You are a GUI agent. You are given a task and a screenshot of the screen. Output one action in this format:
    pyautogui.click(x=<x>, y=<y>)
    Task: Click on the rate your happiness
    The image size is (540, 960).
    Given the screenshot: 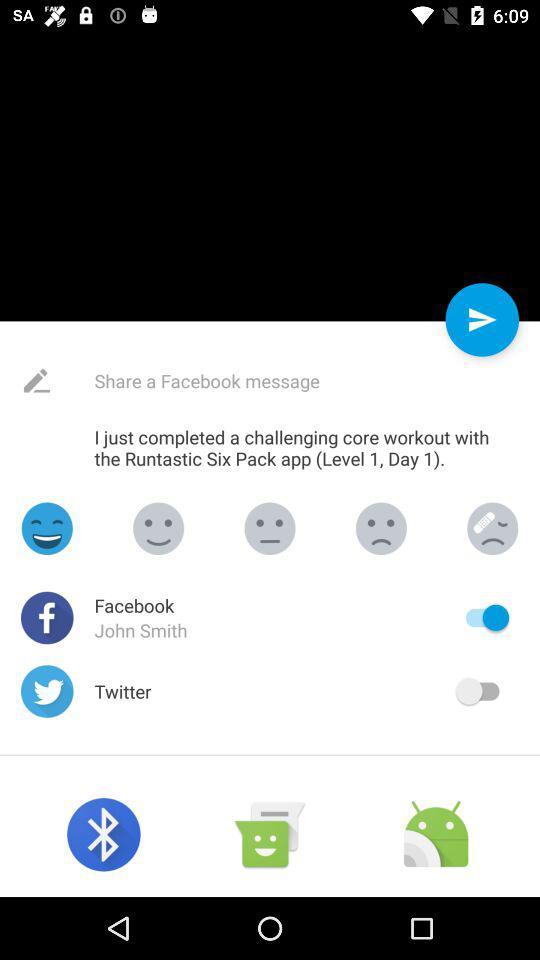 What is the action you would take?
    pyautogui.click(x=381, y=527)
    